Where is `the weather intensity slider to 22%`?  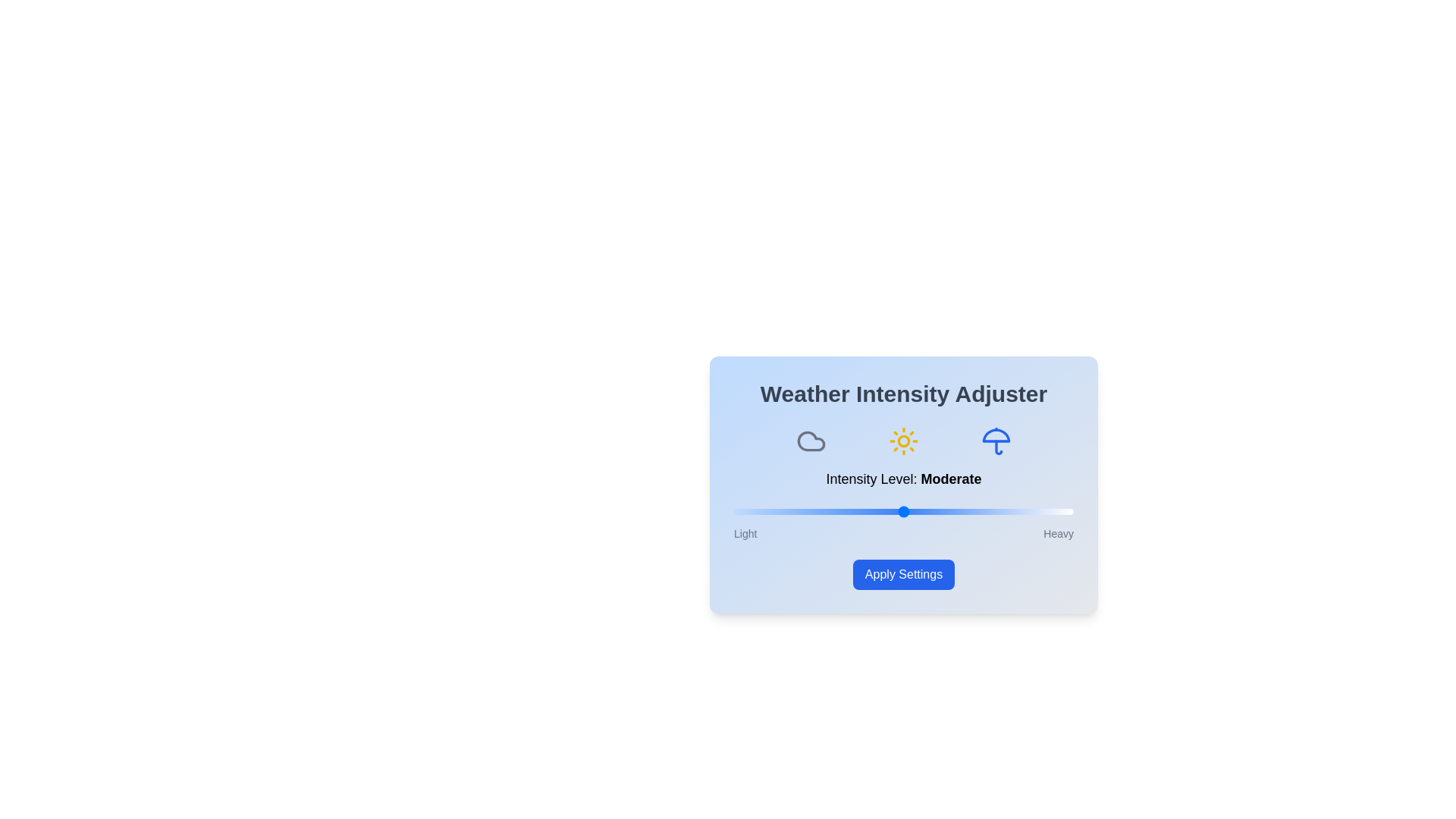 the weather intensity slider to 22% is located at coordinates (808, 512).